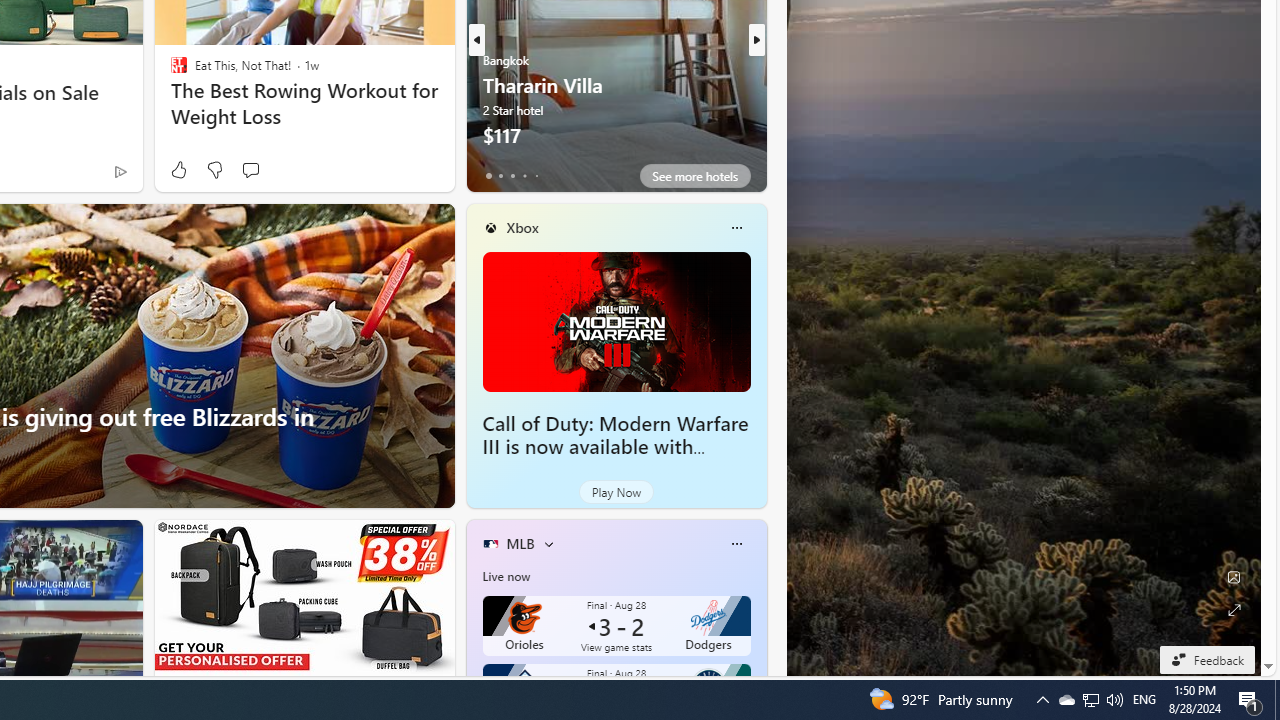 This screenshot has width=1280, height=720. Describe the element at coordinates (512, 175) in the screenshot. I see `'tab-2'` at that location.